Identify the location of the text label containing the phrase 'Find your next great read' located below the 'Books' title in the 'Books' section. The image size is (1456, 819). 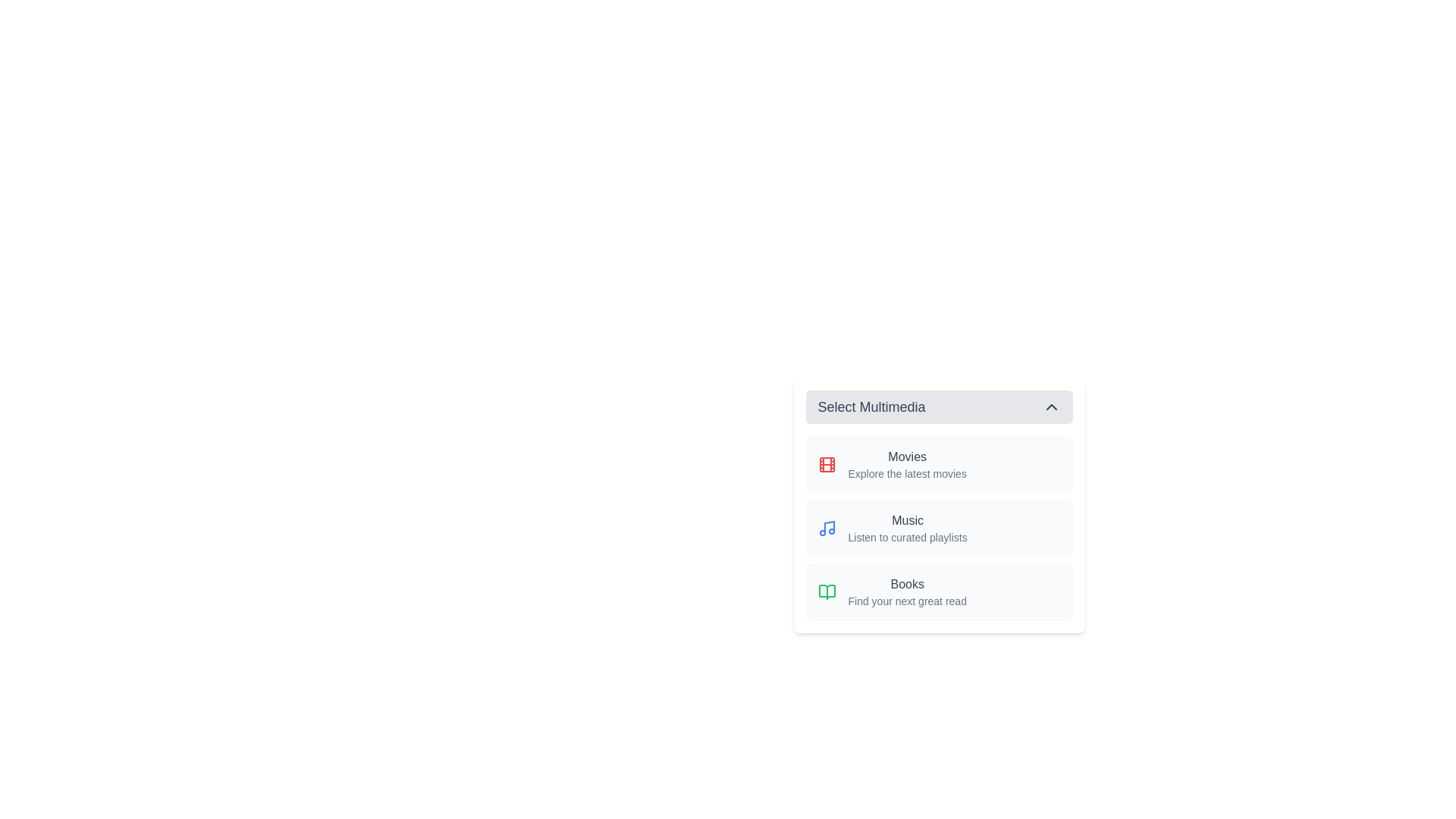
(907, 601).